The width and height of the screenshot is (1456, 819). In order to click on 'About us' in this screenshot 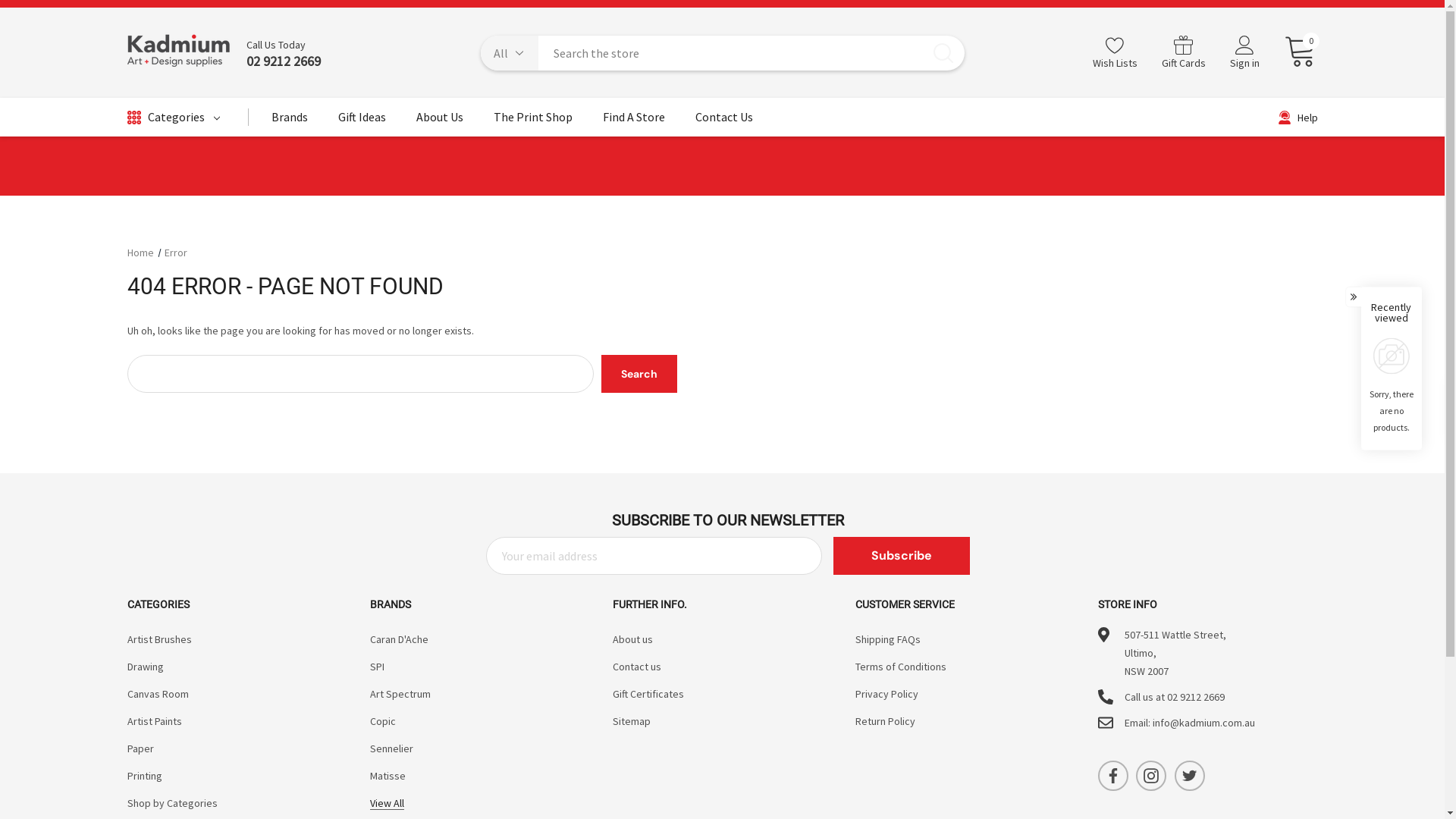, I will do `click(632, 639)`.